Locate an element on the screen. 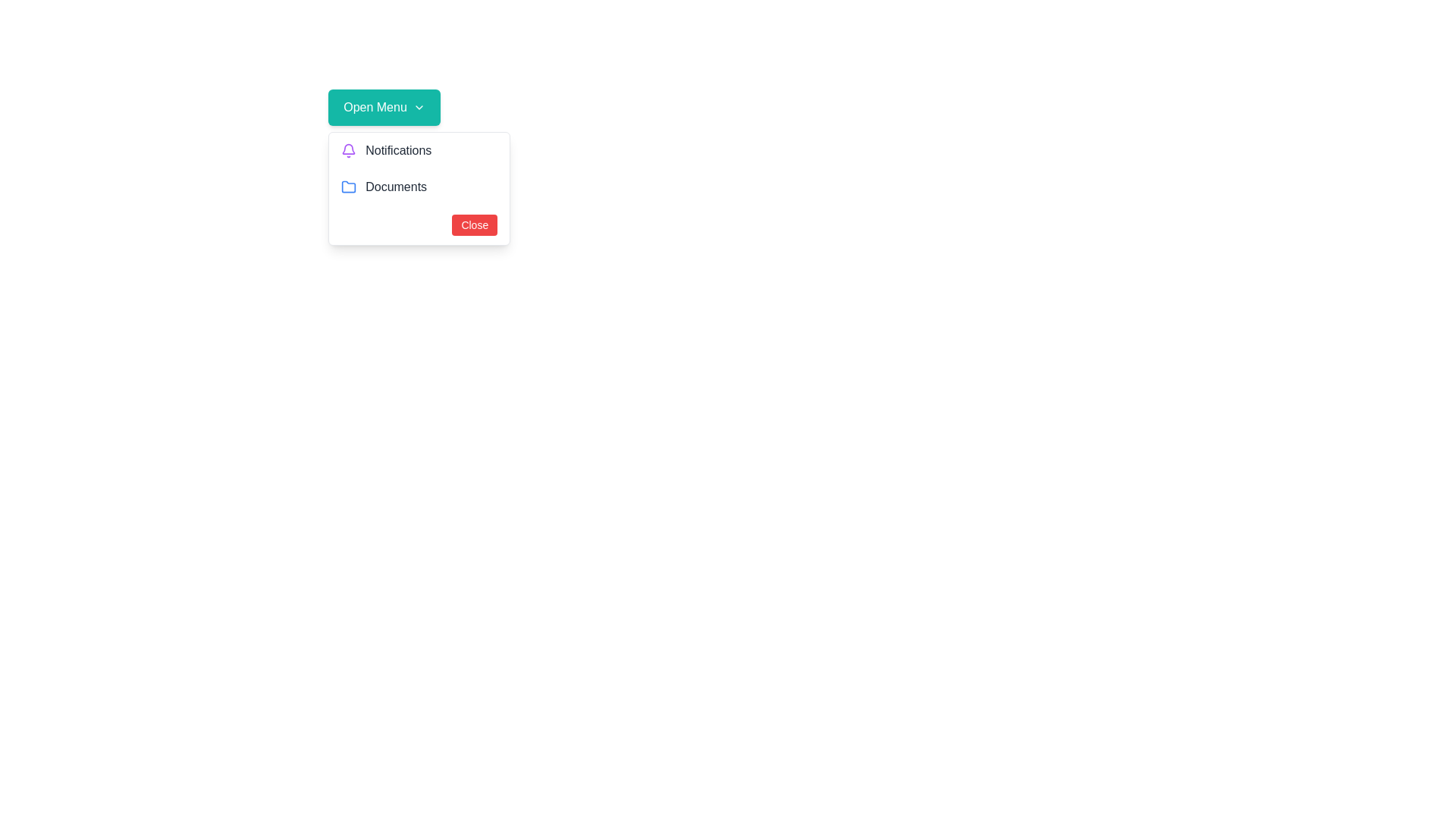  the blue folder icon located next to the 'Documents' label in the menu dropdown is located at coordinates (348, 186).